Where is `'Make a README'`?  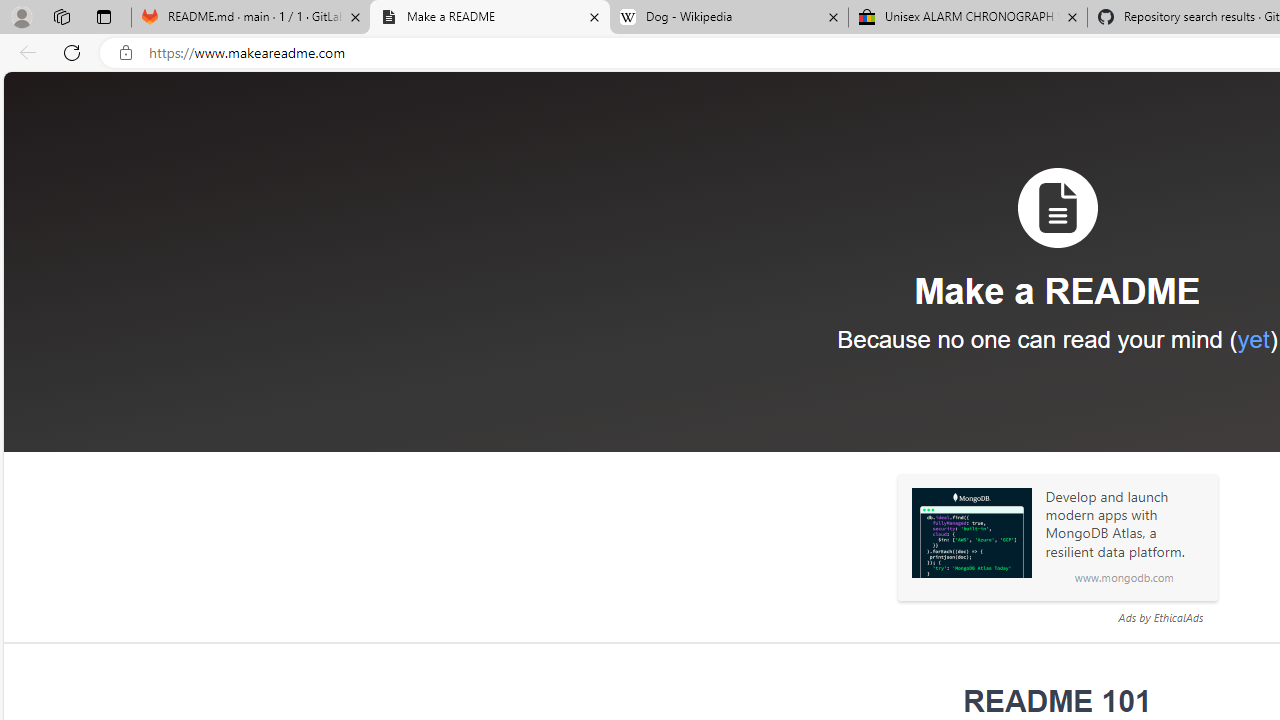
'Make a README' is located at coordinates (490, 17).